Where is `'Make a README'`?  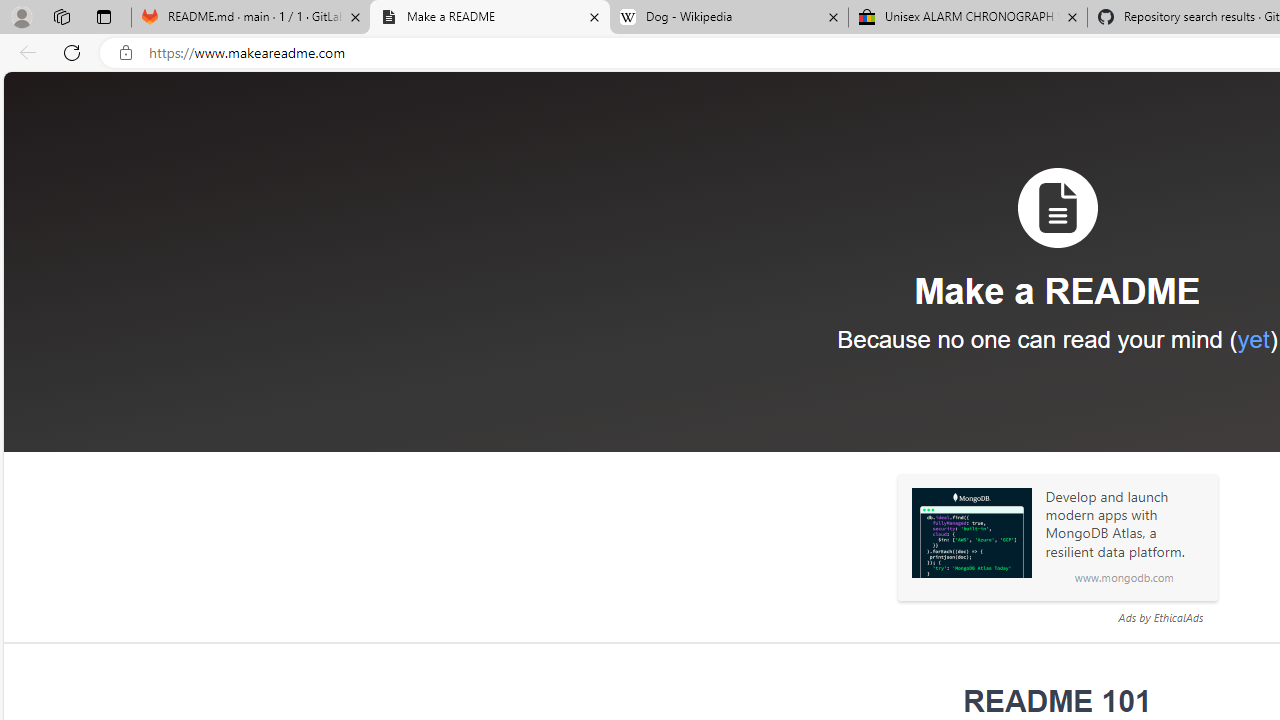
'Make a README' is located at coordinates (490, 17).